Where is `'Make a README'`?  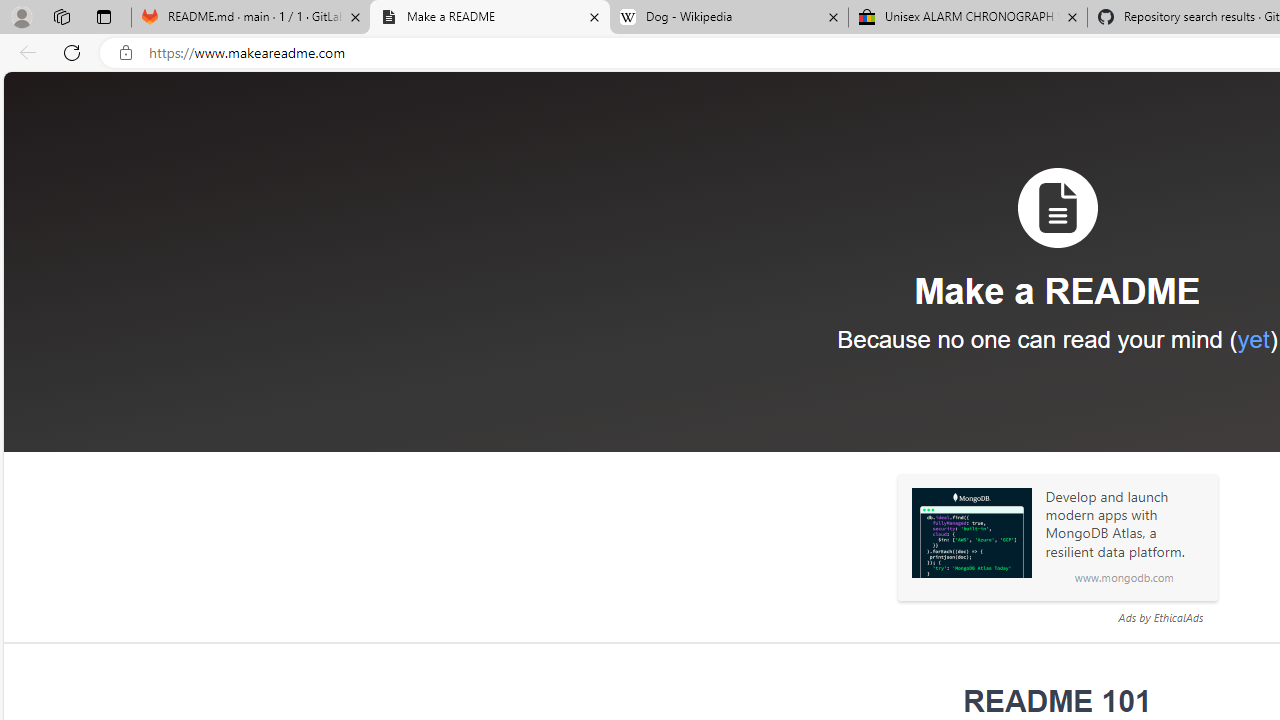
'Make a README' is located at coordinates (490, 17).